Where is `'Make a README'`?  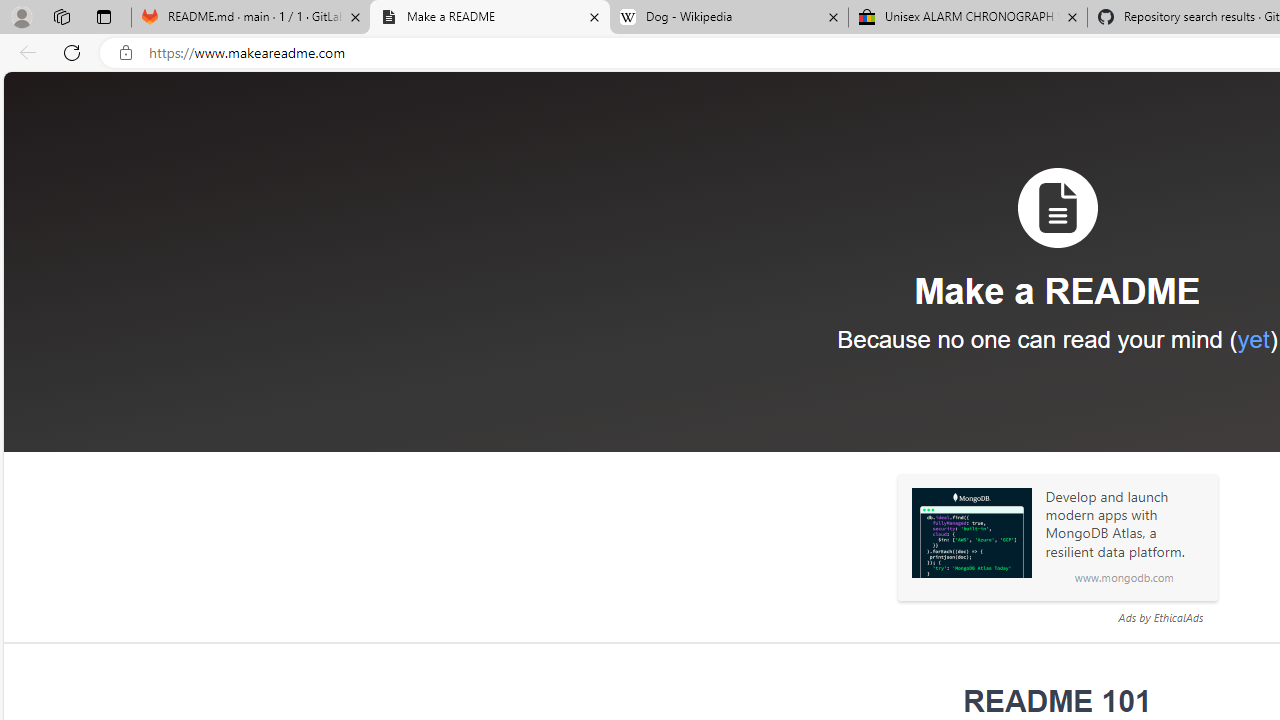
'Make a README' is located at coordinates (490, 17).